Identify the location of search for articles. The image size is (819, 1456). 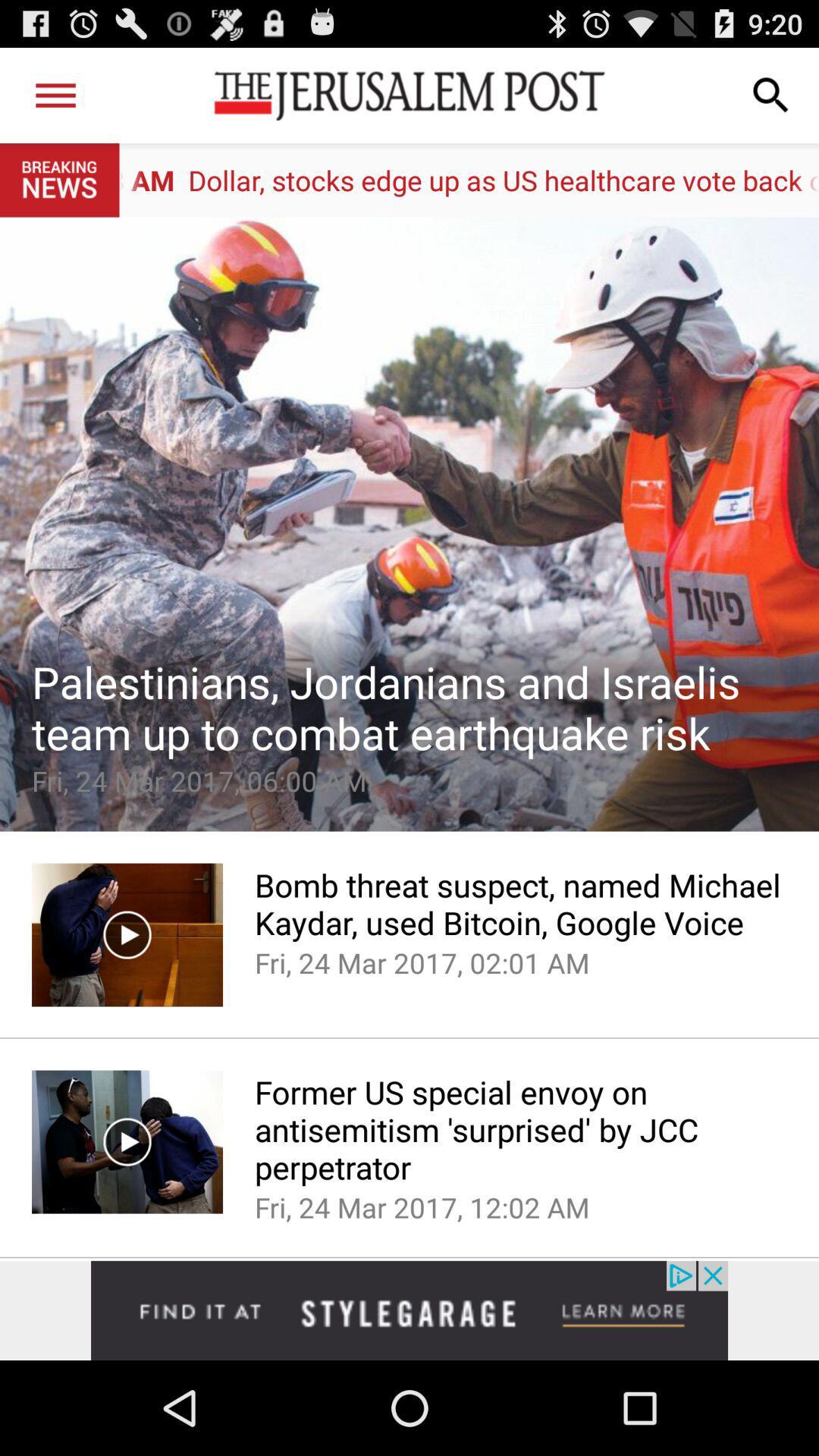
(771, 94).